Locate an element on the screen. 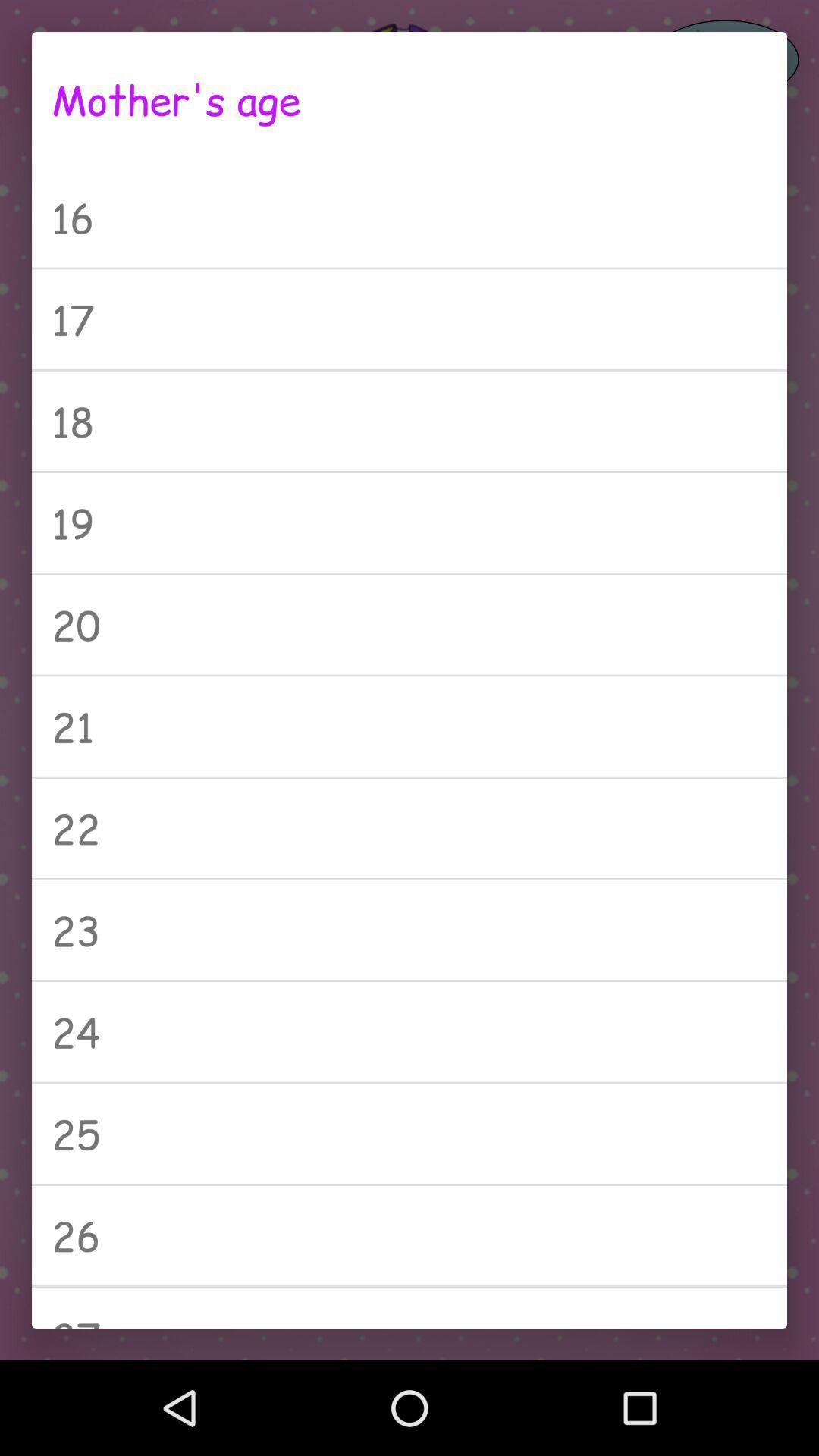  the 24 item is located at coordinates (409, 1031).